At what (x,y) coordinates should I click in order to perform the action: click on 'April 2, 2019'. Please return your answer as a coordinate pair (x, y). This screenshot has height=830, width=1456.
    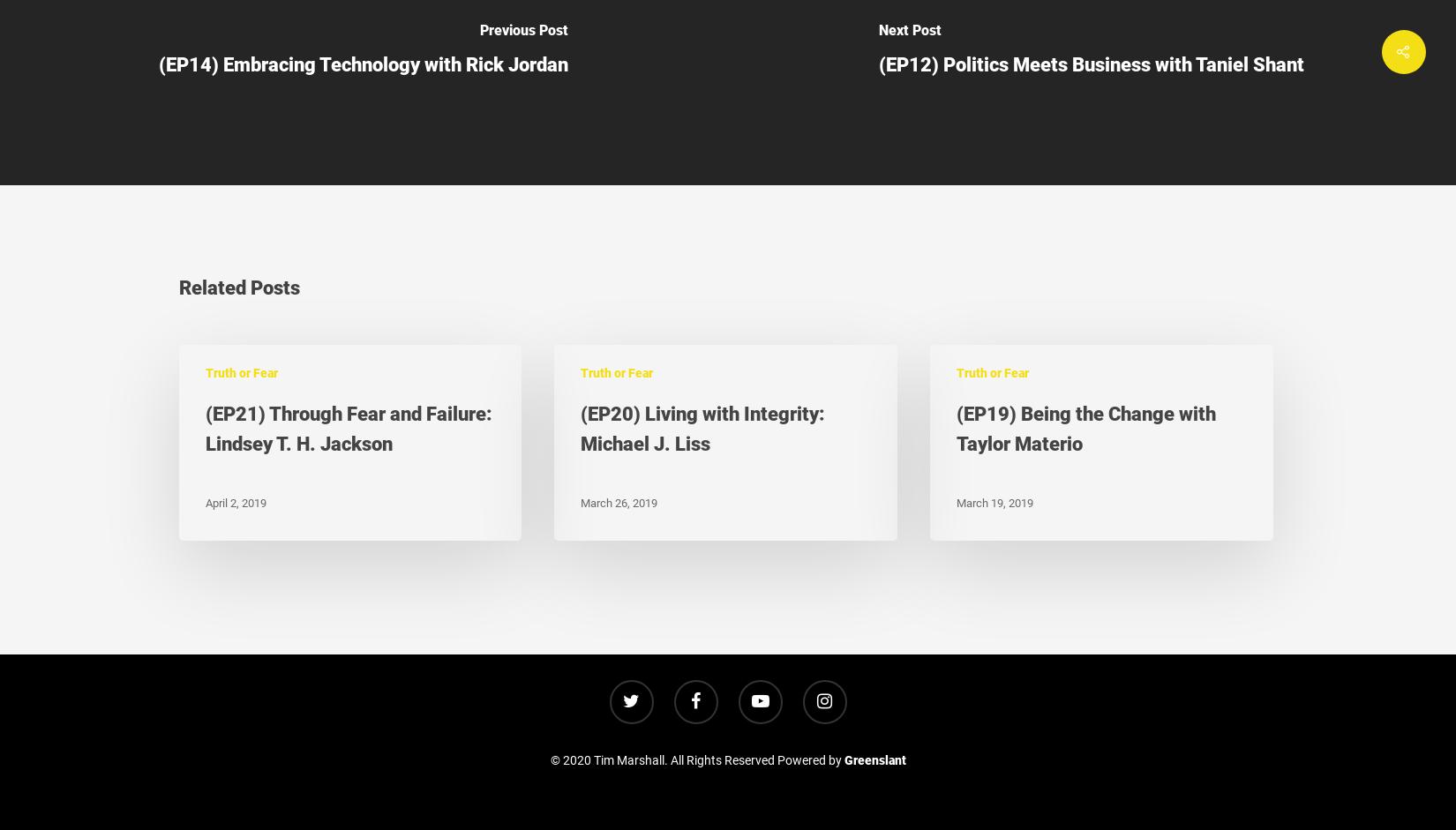
    Looking at the image, I should click on (235, 502).